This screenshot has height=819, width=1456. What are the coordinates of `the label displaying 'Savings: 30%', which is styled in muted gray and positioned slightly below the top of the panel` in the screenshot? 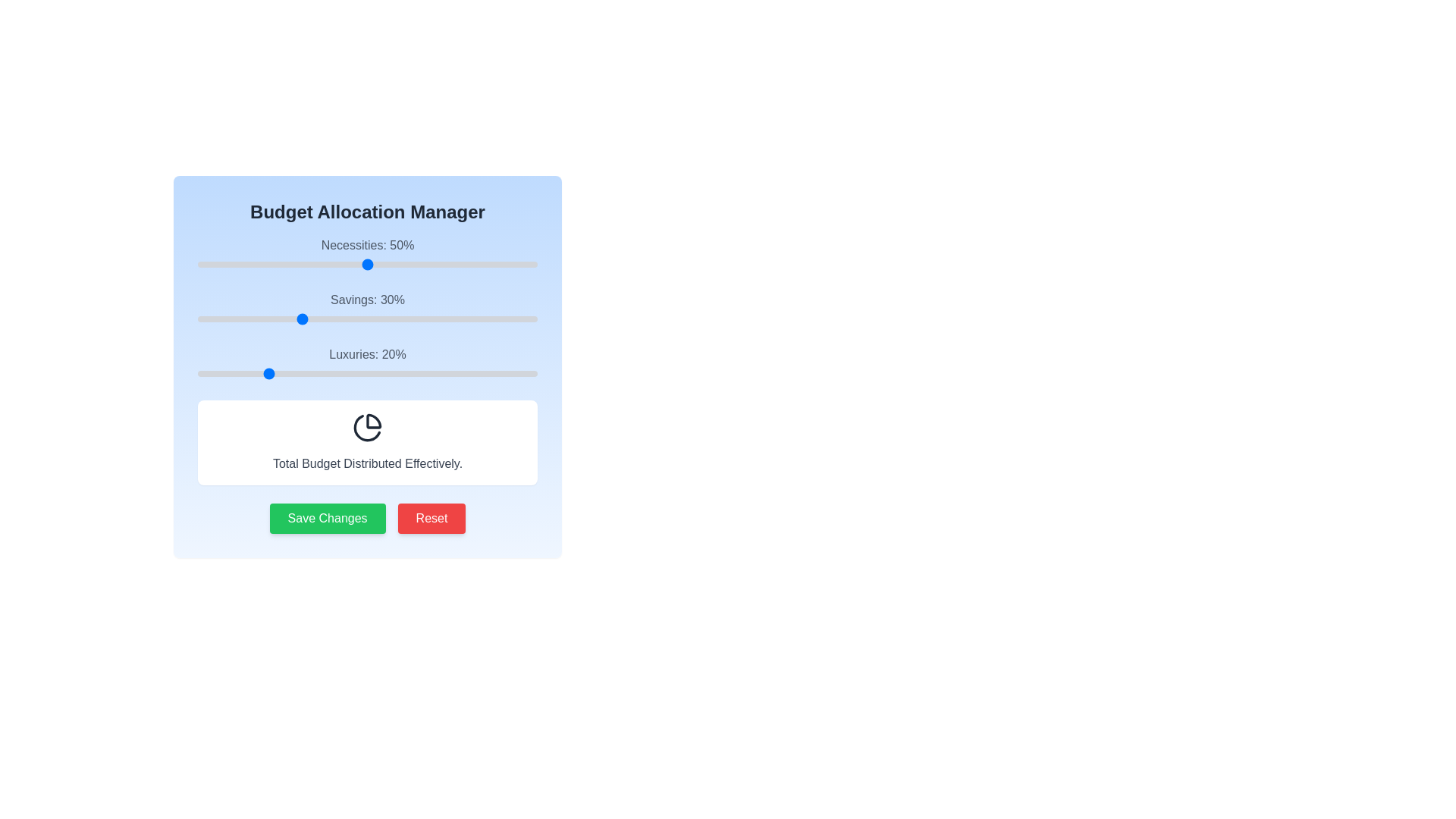 It's located at (367, 300).